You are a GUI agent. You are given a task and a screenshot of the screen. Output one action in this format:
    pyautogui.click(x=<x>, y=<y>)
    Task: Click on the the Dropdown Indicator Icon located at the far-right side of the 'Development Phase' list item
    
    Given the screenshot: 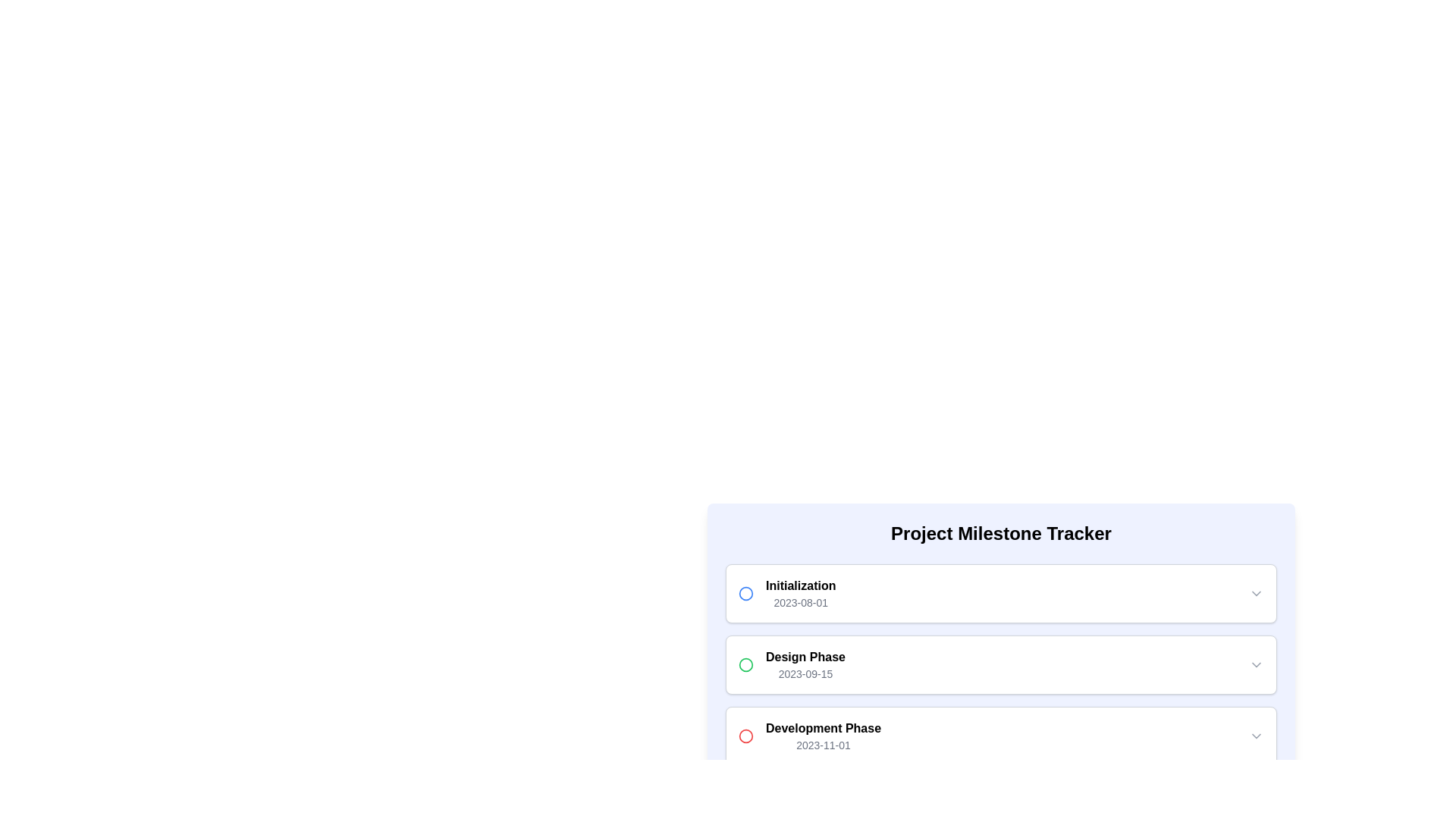 What is the action you would take?
    pyautogui.click(x=1256, y=736)
    